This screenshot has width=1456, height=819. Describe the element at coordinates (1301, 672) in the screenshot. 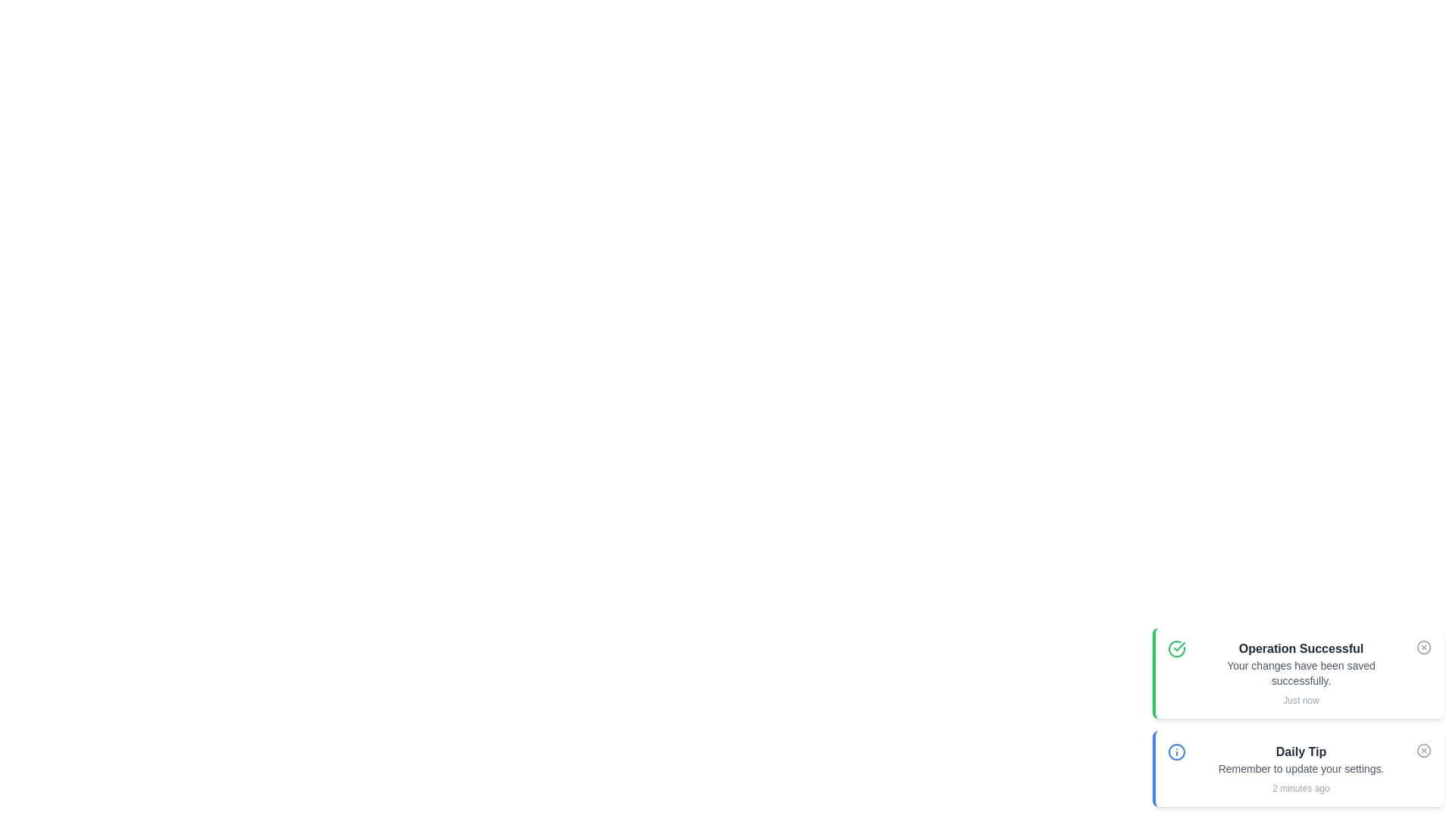

I see `feedback text that confirms changes have been successfully saved, located in the notification card beneath the 'Operation Successful' text and above the 'Just now' timestamp` at that location.